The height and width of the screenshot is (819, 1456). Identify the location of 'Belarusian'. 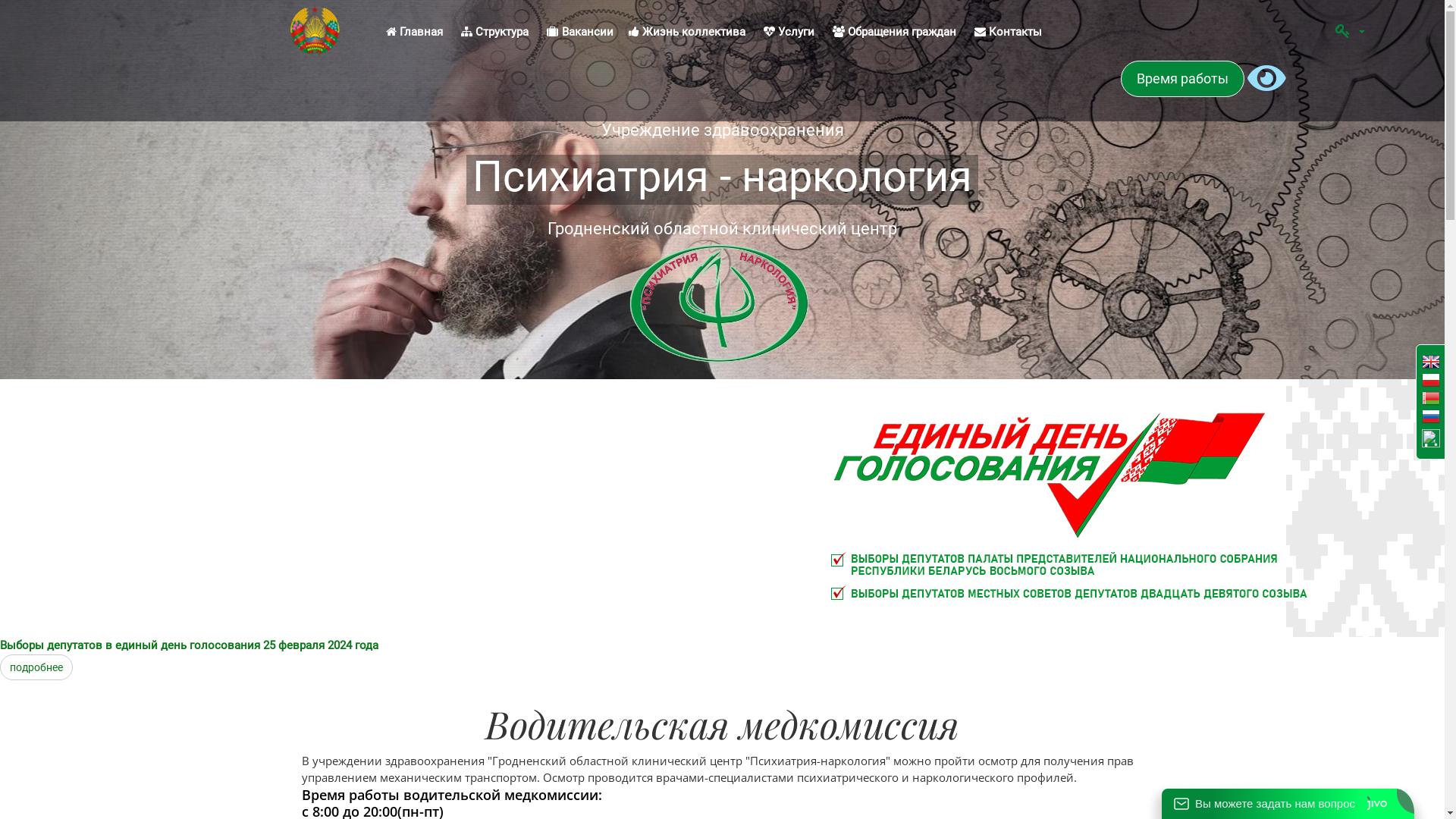
(1429, 400).